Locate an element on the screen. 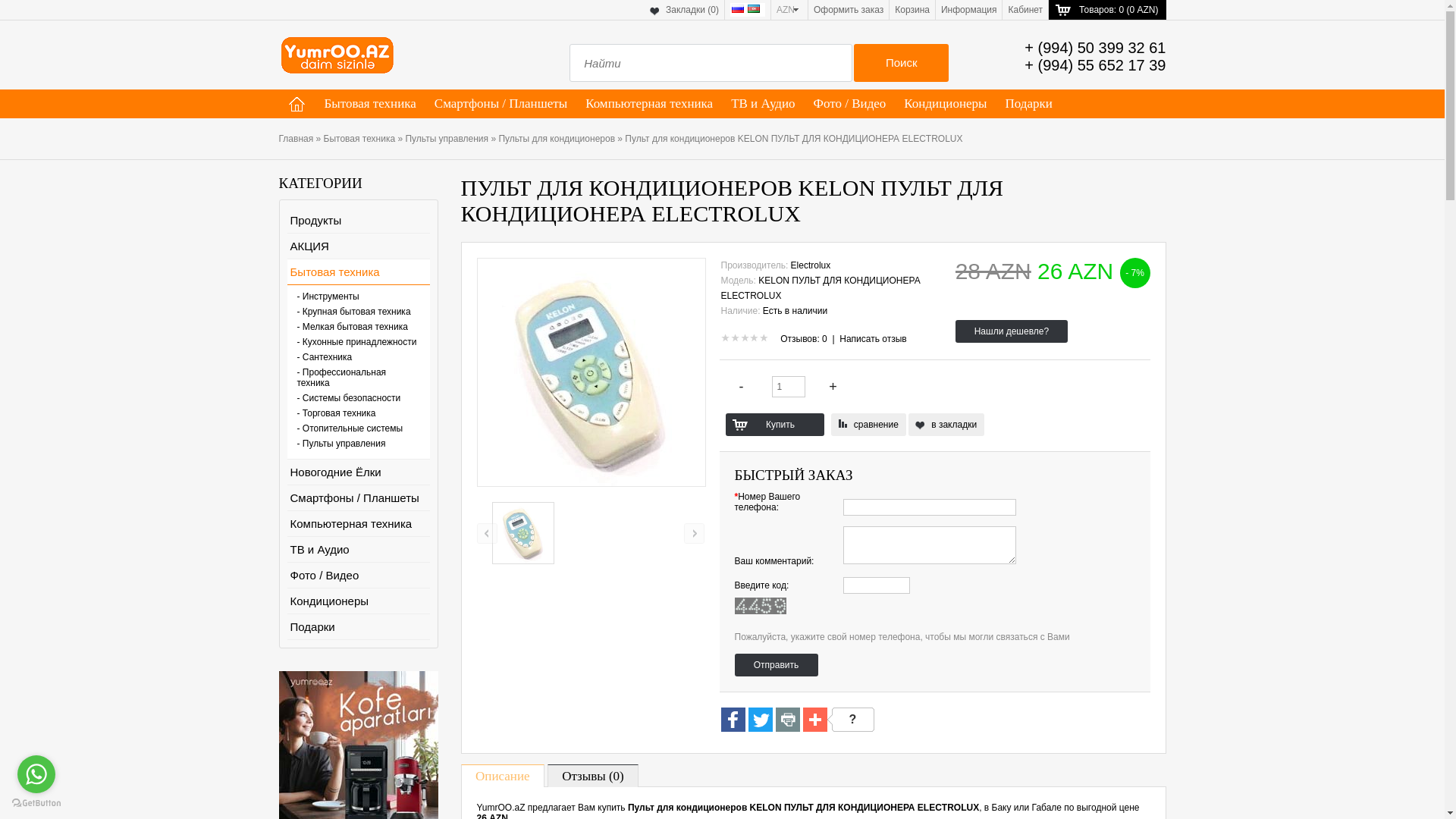  'Print' is located at coordinates (786, 720).